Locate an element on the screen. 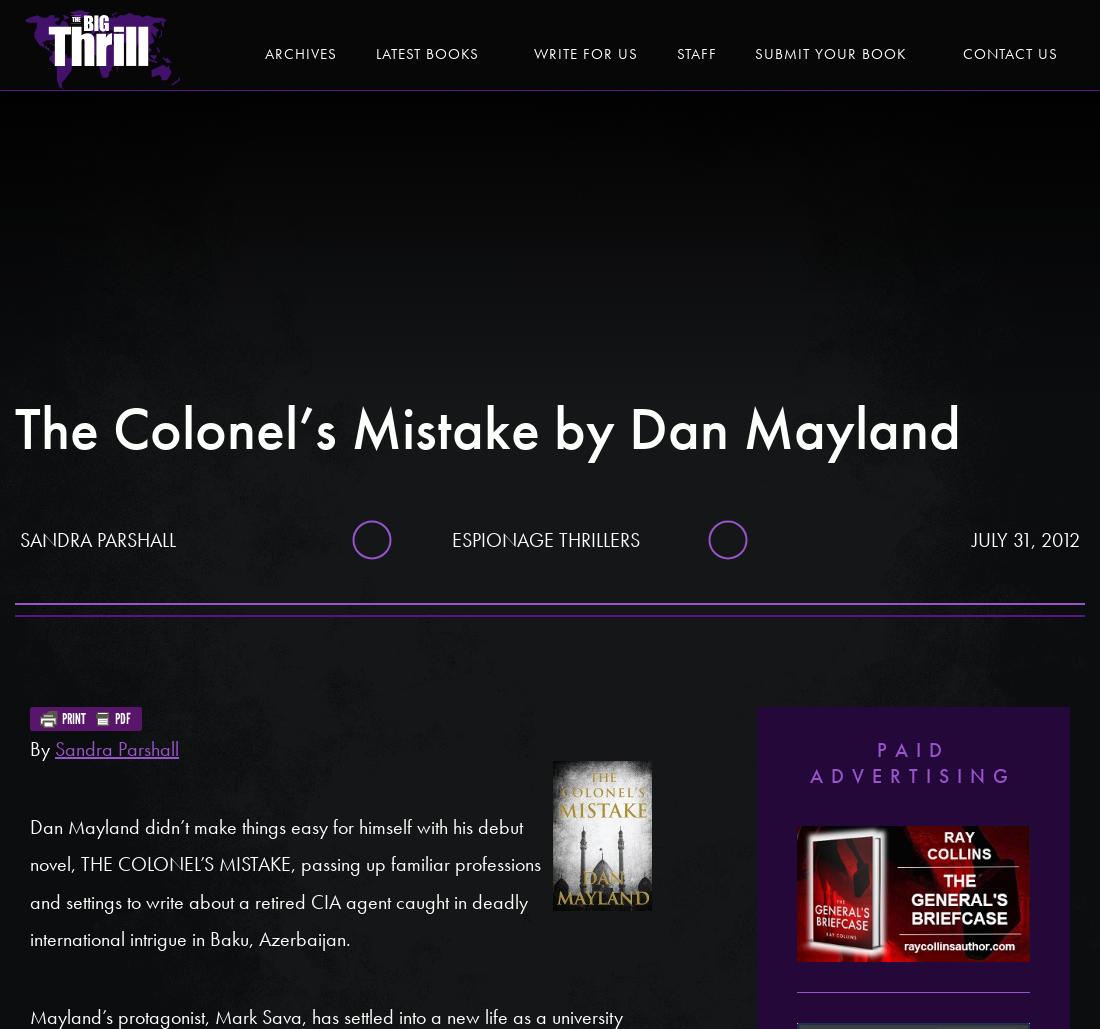  'the first crop of authors to be published by an Amazon imprint. What has that been like? Has the process moved faster than traditional publishing, or do you think it' is located at coordinates (29, 191).